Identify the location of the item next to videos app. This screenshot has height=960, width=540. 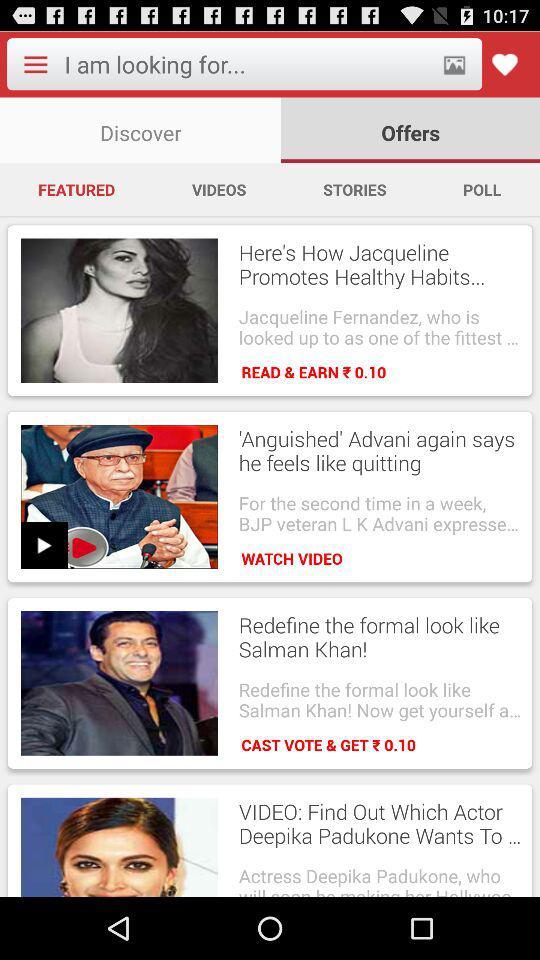
(75, 189).